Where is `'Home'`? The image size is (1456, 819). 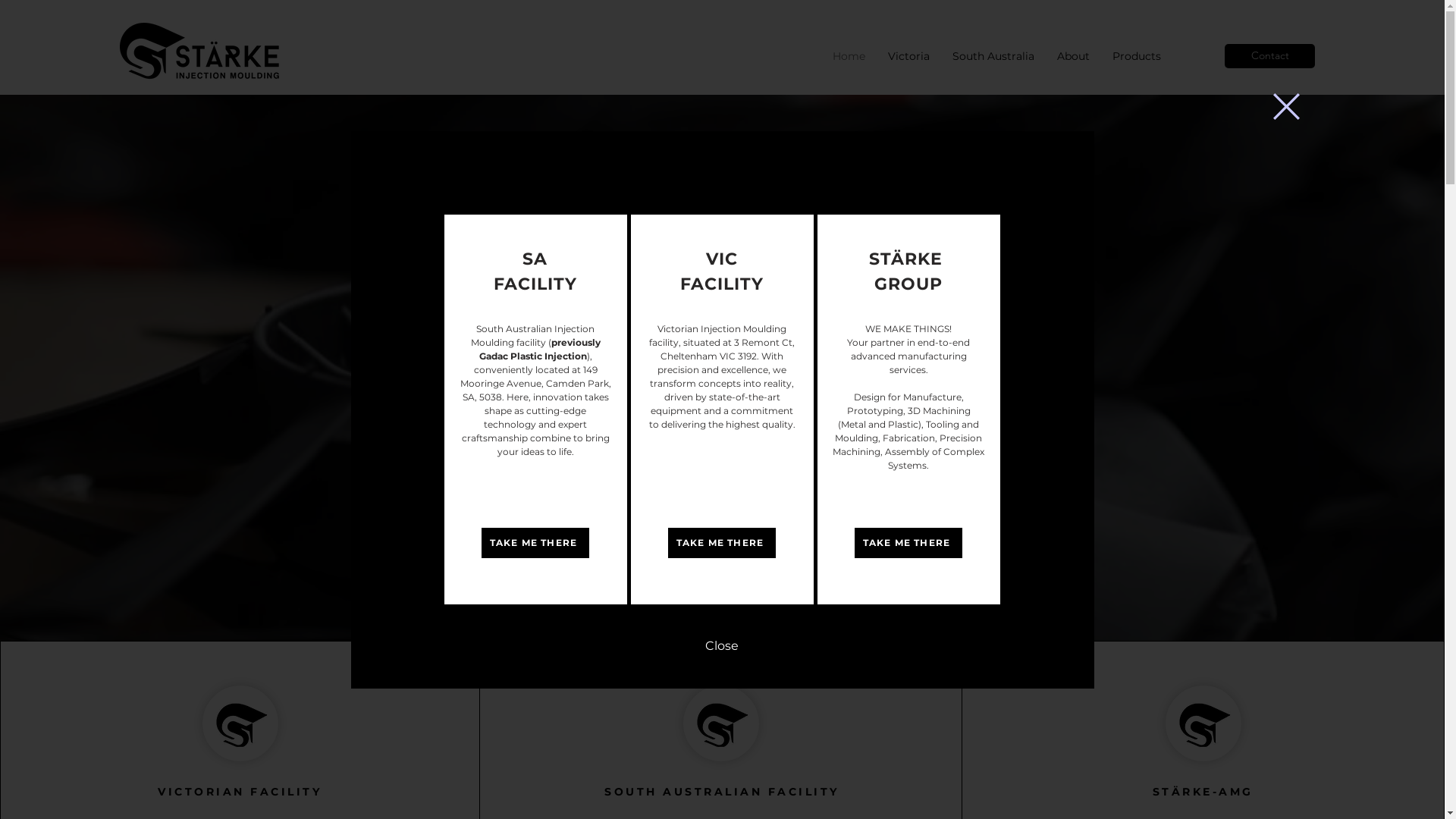
'Home' is located at coordinates (848, 55).